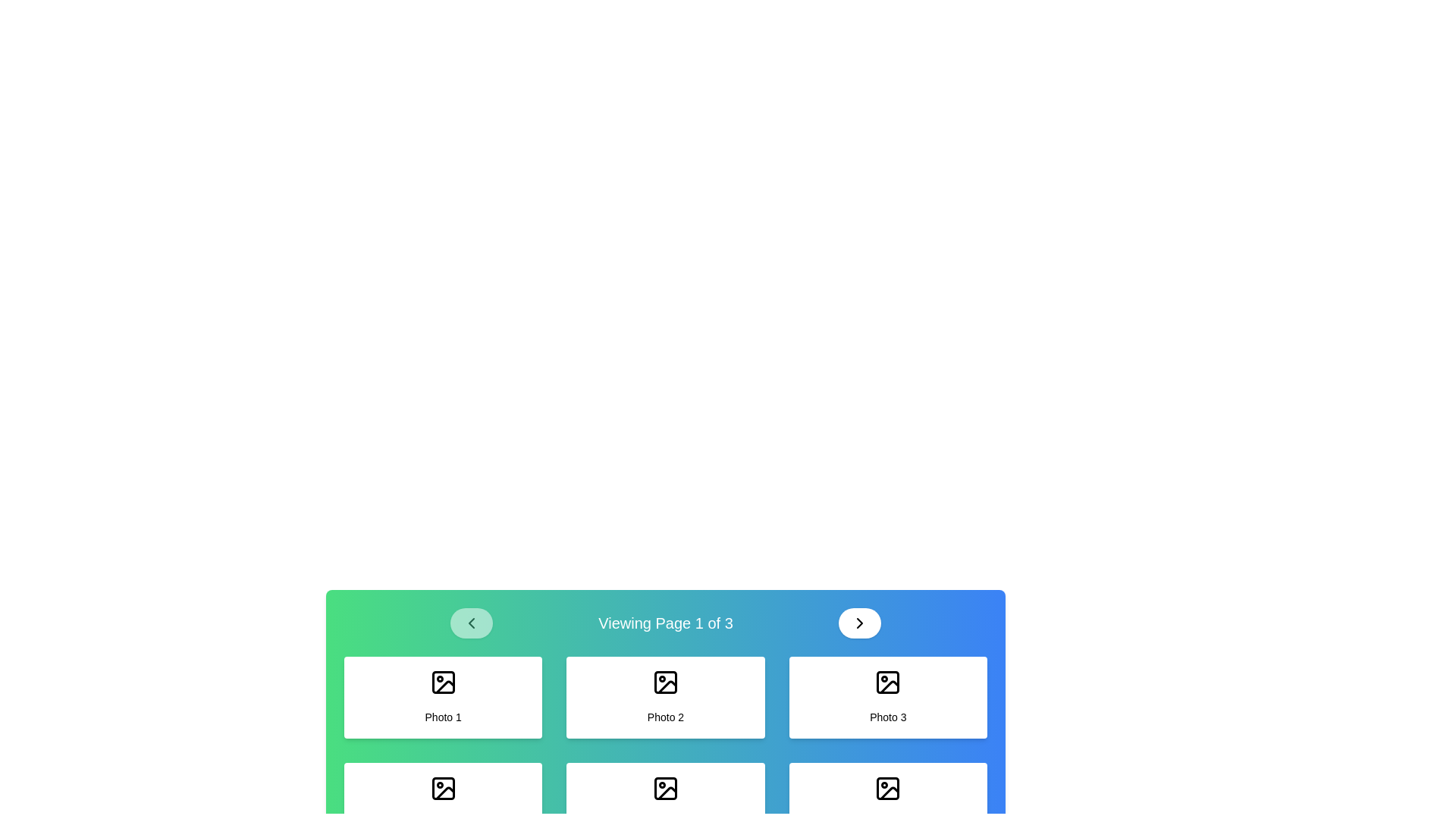  Describe the element at coordinates (442, 788) in the screenshot. I see `the square icon with a line-art image representation labeled 'Photo 4'` at that location.